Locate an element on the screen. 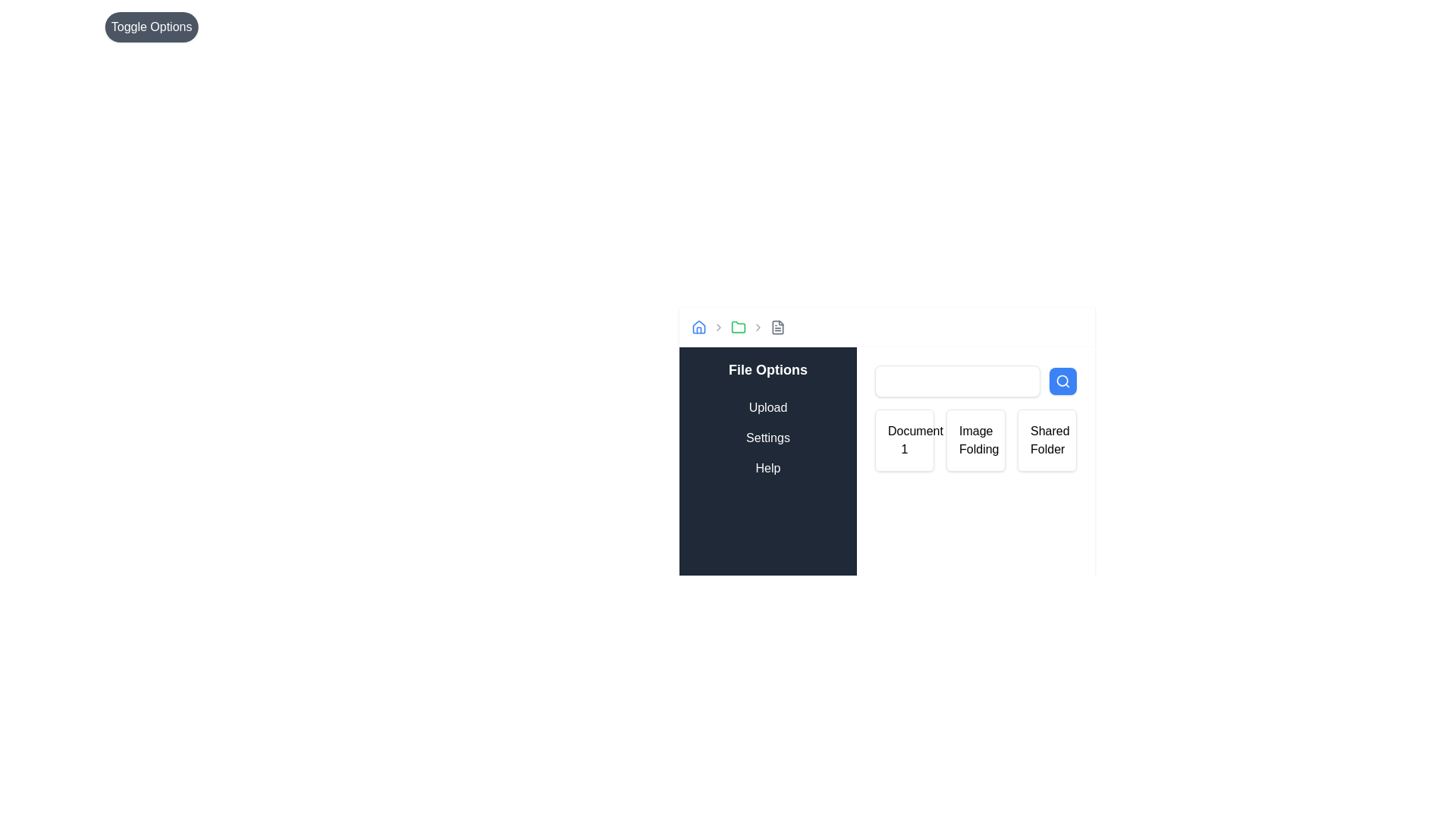  the 'Settings' button, which is the second button in a vertical list of three options in the sidebar is located at coordinates (767, 438).